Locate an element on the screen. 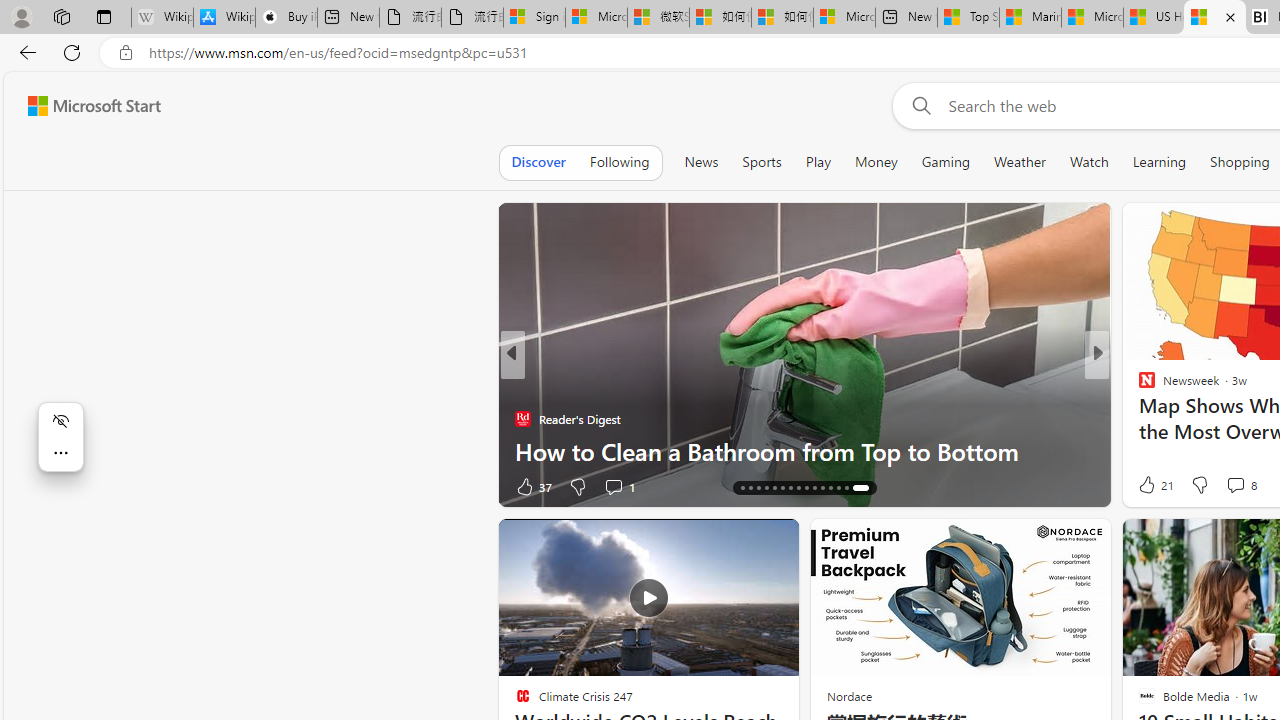  'AutomationID: tab-18' is located at coordinates (768, 488).